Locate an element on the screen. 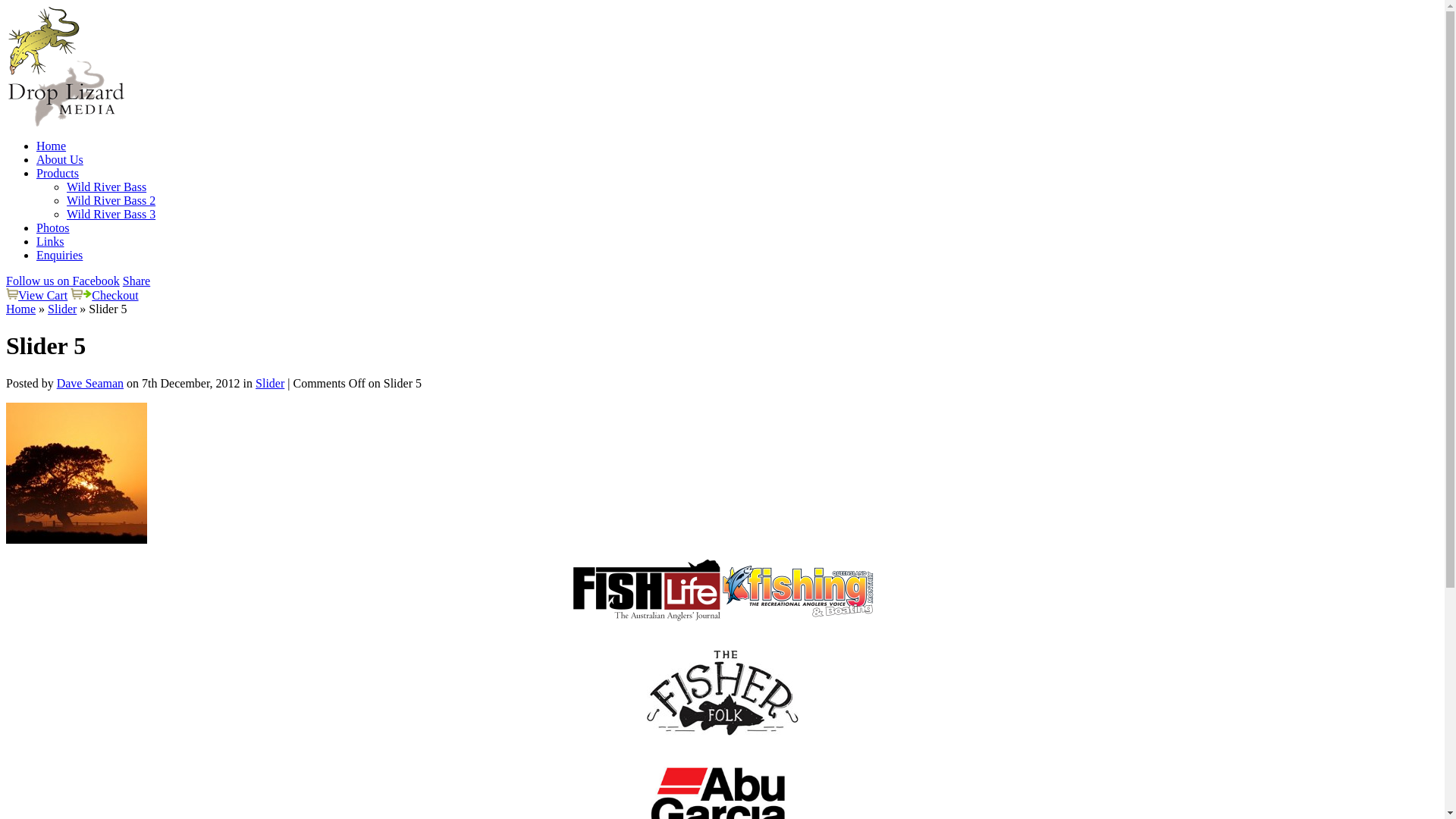 The image size is (1456, 819). 'Follow us on Facebook' is located at coordinates (61, 281).